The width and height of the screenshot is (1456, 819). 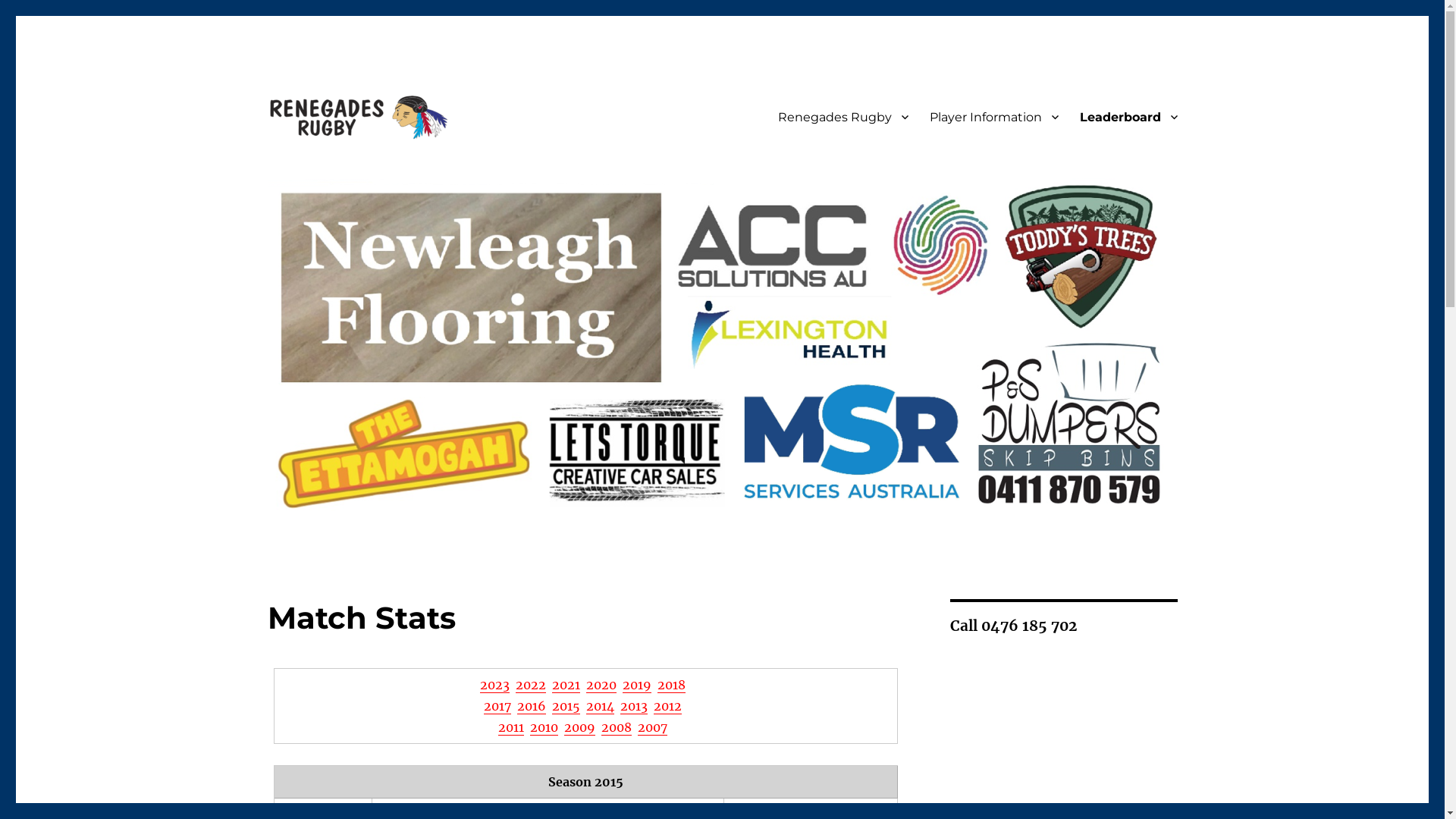 I want to click on '2013', so click(x=633, y=705).